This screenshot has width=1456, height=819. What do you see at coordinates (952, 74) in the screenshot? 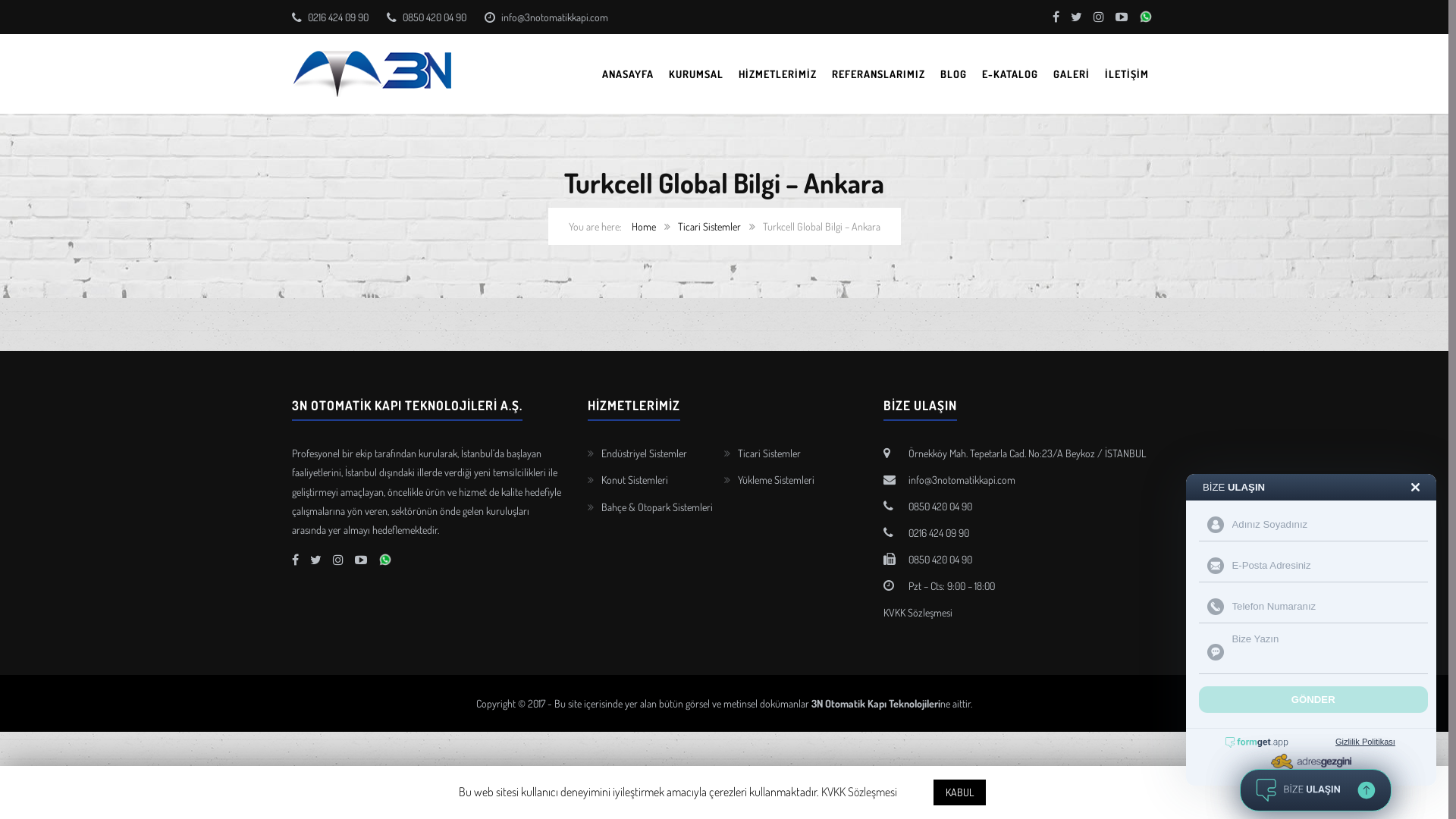
I see `'BLOG'` at bounding box center [952, 74].